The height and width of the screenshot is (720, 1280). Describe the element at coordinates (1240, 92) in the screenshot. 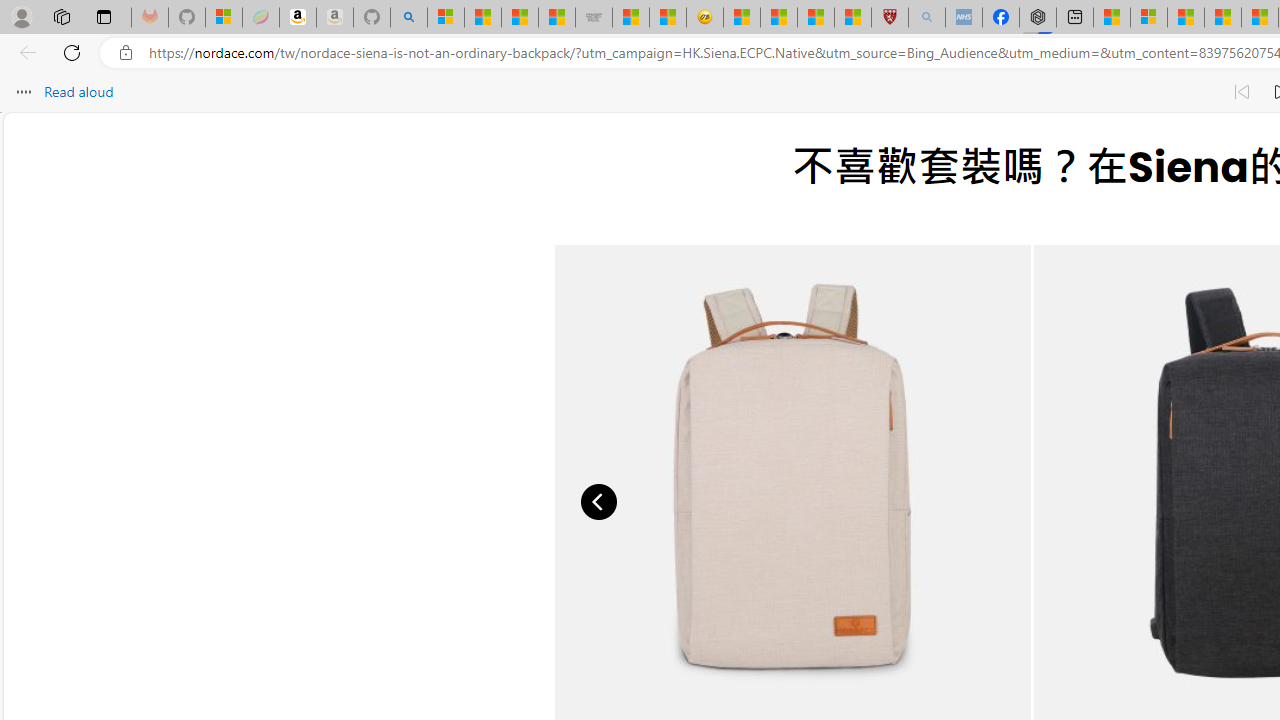

I see `'Read previous paragraph'` at that location.